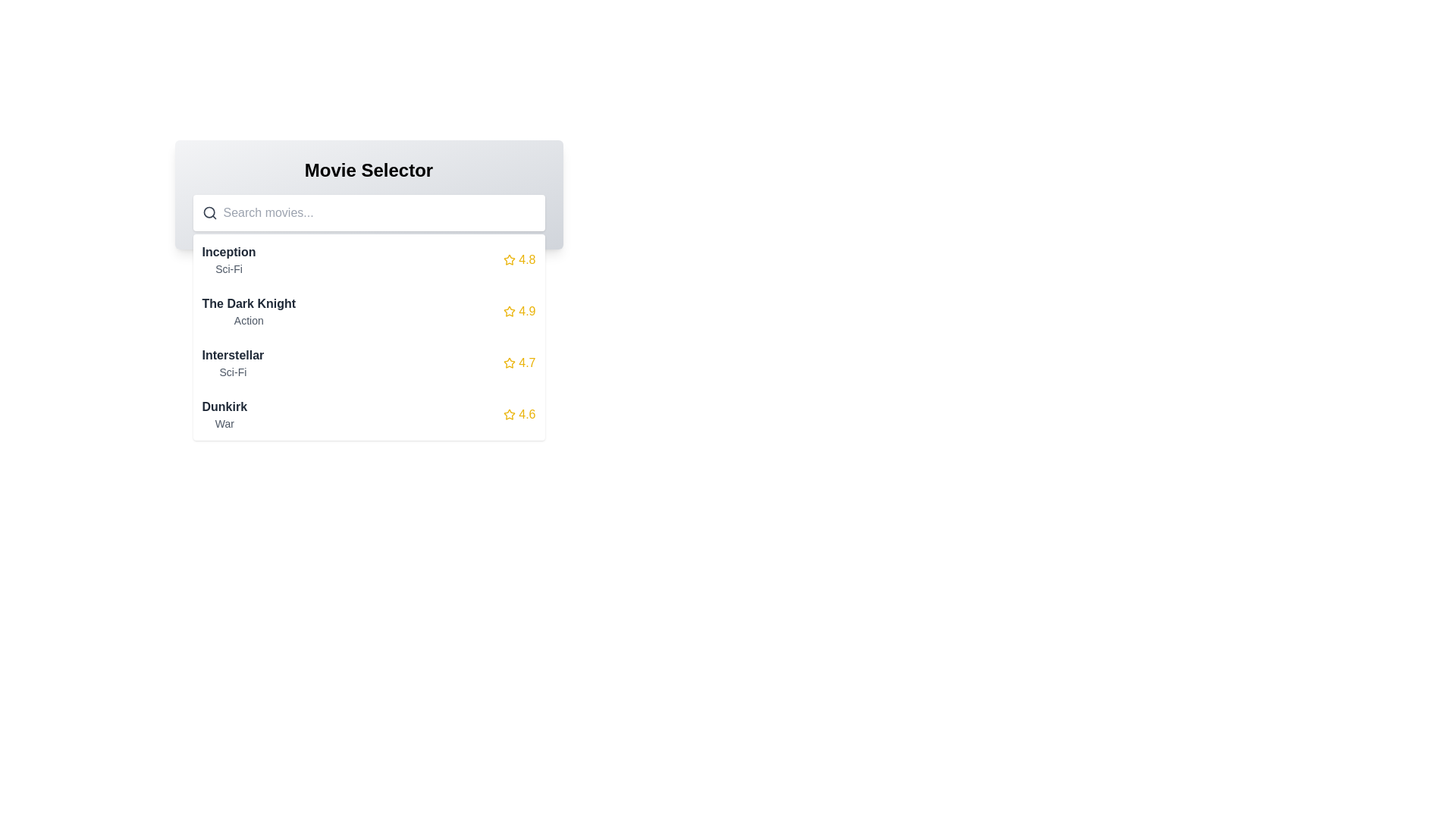 The width and height of the screenshot is (1456, 819). Describe the element at coordinates (224, 424) in the screenshot. I see `the text label displaying 'War' which is located directly beneath the title 'Dunkirk' in the movie list interface` at that location.